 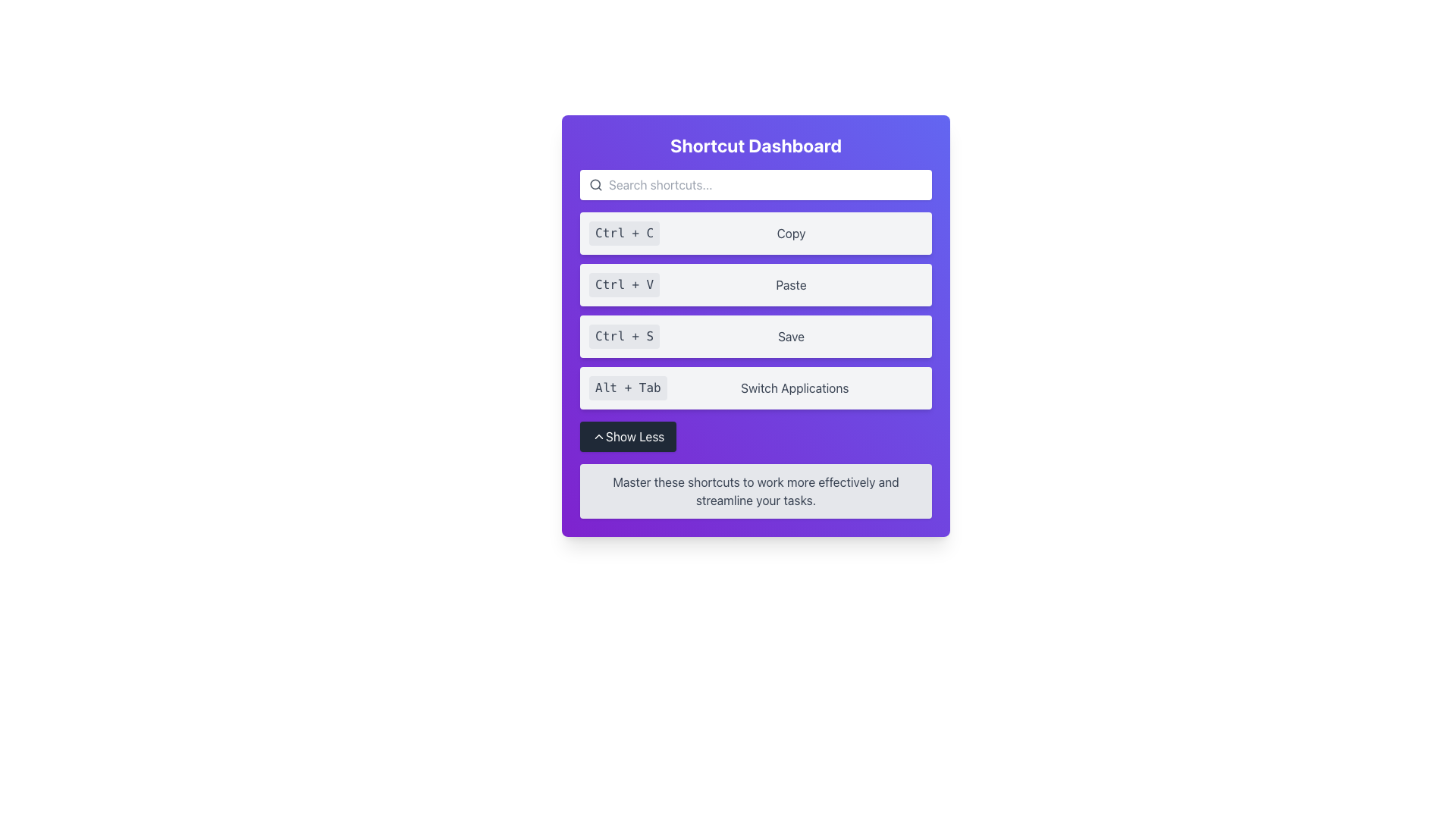 What do you see at coordinates (756, 146) in the screenshot?
I see `the 'Shortcut Dashboard' text label, which is styled with a bold, larger font size and positioned at the top of a purple gradient box` at bounding box center [756, 146].